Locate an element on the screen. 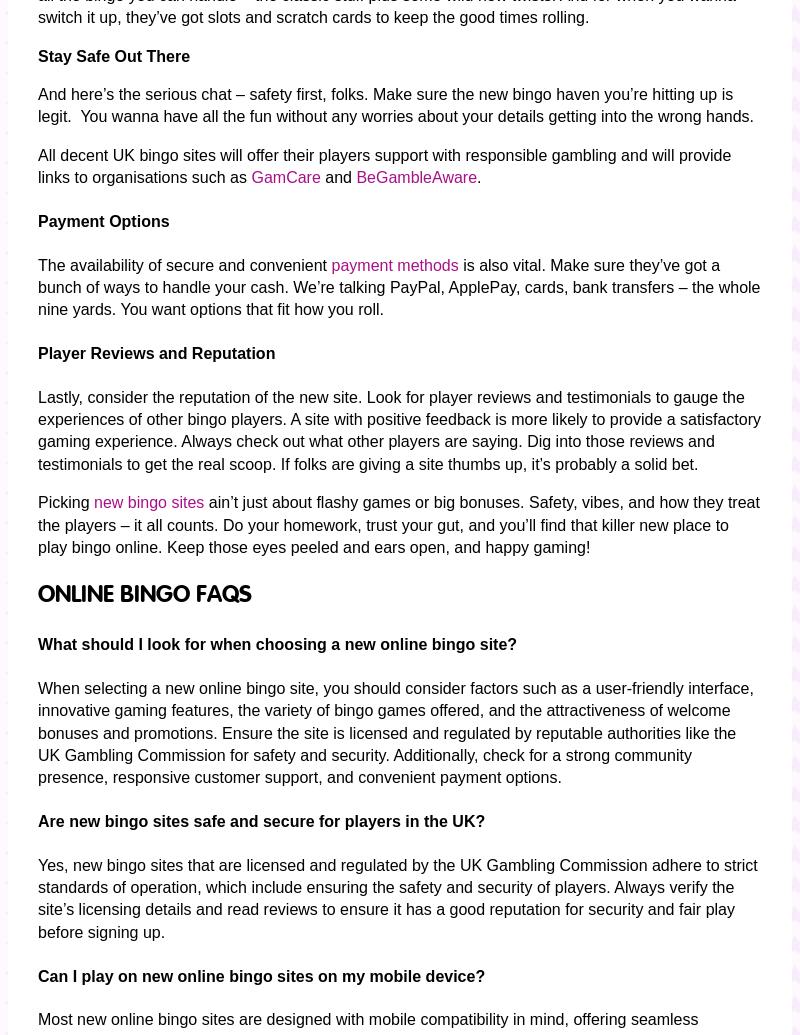 Image resolution: width=800 pixels, height=1035 pixels. 'new bingo sites' is located at coordinates (148, 502).